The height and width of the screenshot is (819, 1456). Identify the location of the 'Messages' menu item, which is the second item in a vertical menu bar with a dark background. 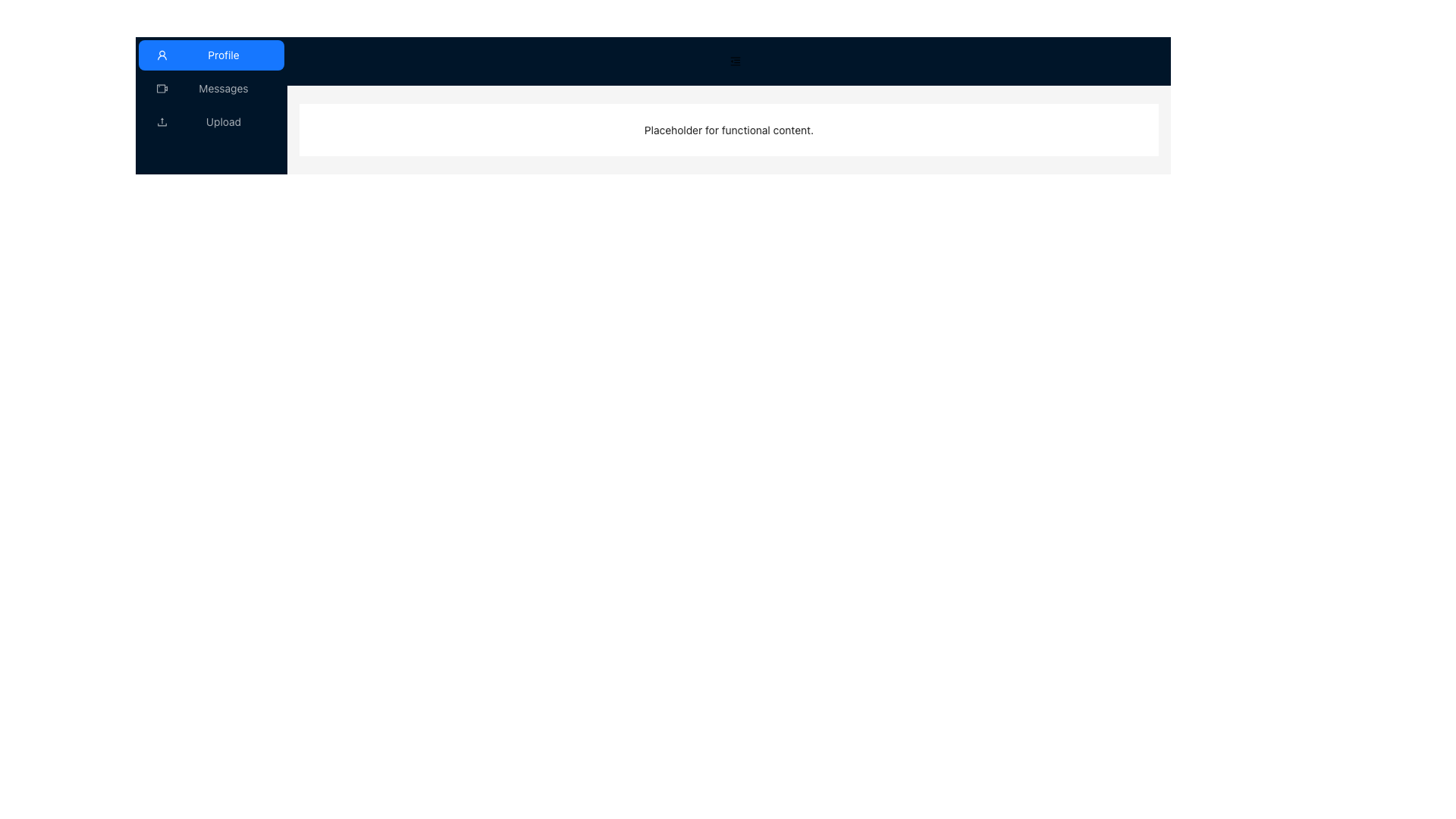
(210, 88).